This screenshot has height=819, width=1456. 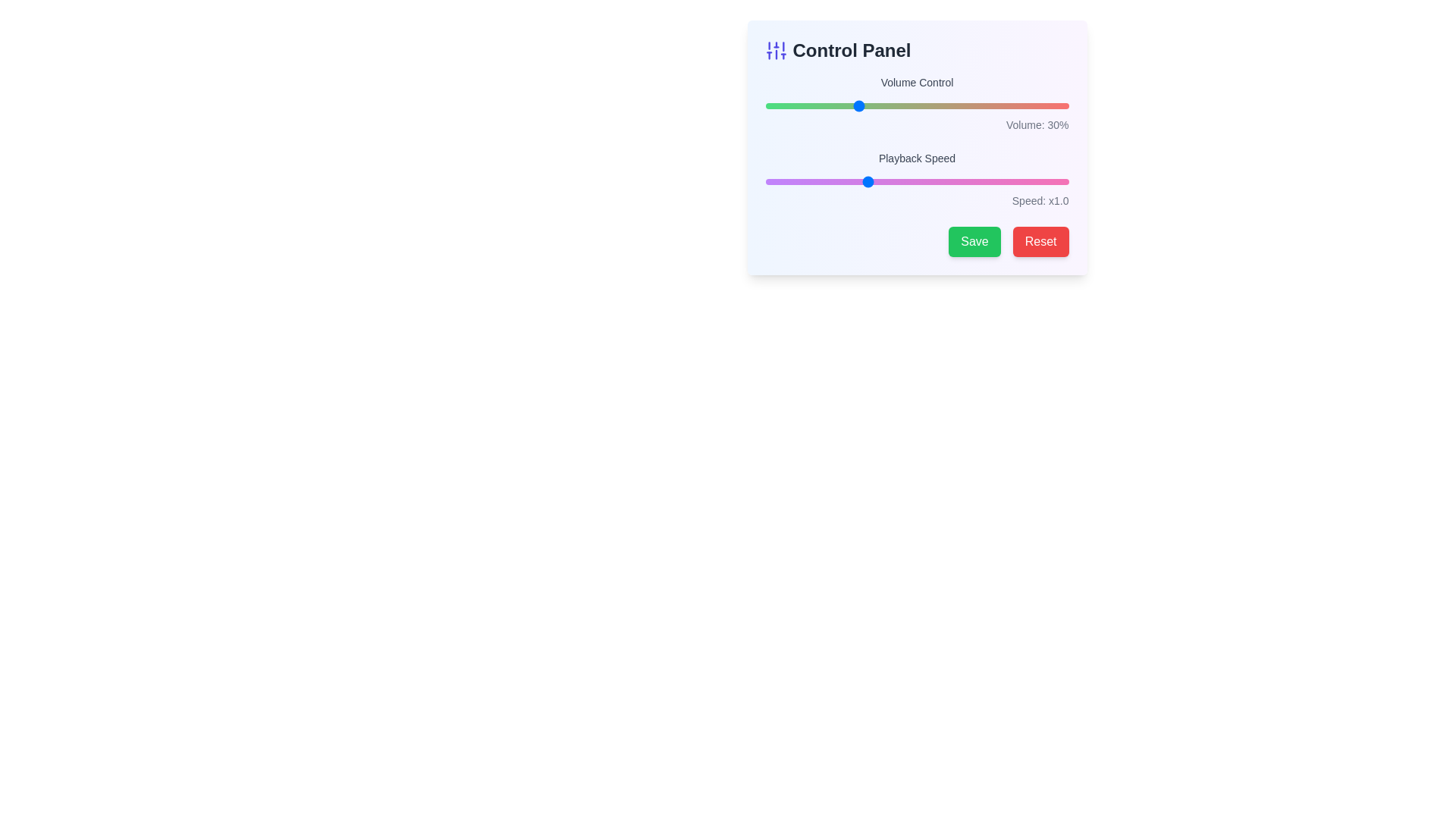 I want to click on the playback speed slider to set the speed to 1, so click(x=866, y=180).